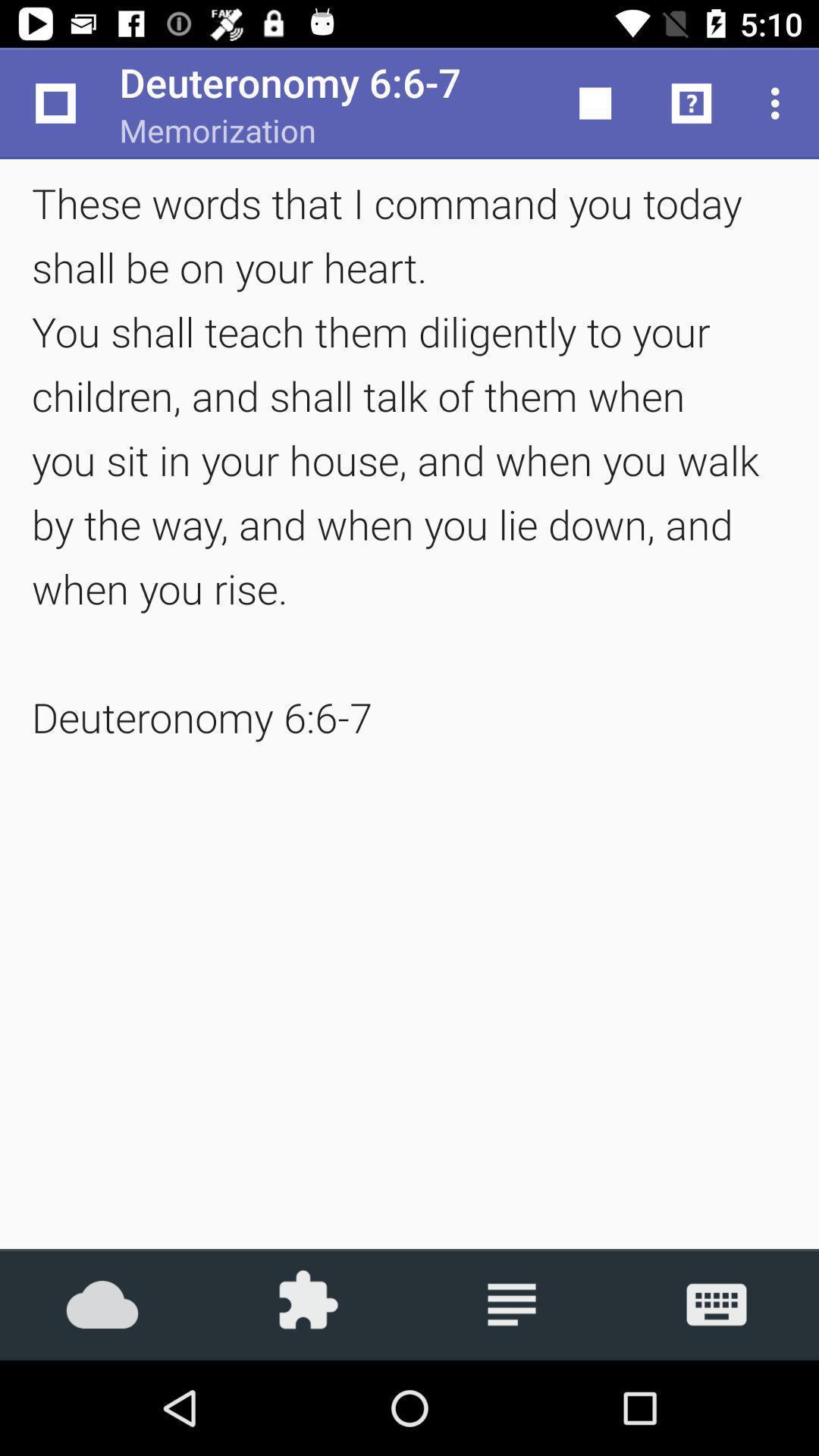 This screenshot has width=819, height=1456. Describe the element at coordinates (595, 102) in the screenshot. I see `the item to the right of deuteronomy 6 6 item` at that location.